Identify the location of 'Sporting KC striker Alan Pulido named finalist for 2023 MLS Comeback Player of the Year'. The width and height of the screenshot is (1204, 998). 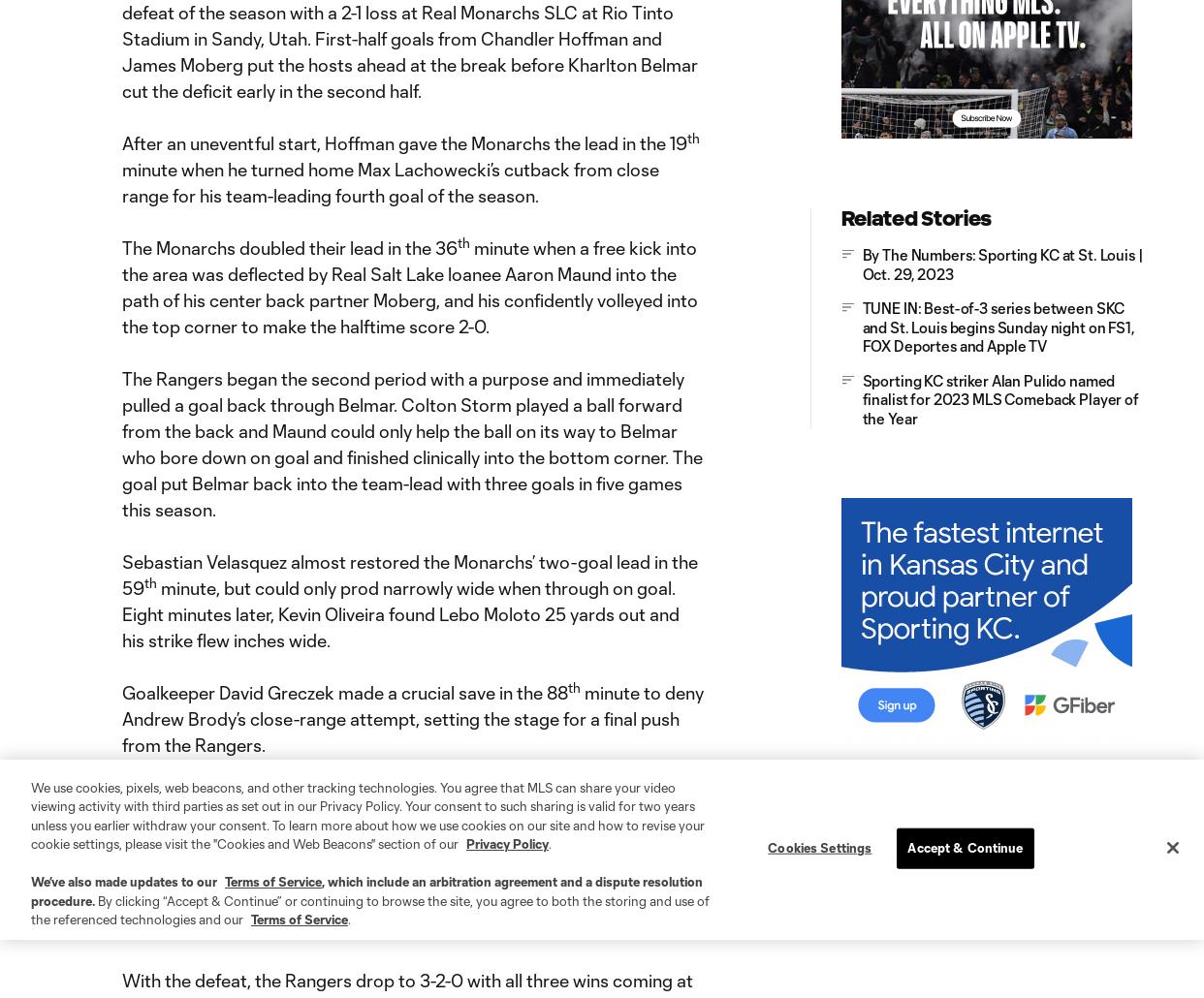
(998, 398).